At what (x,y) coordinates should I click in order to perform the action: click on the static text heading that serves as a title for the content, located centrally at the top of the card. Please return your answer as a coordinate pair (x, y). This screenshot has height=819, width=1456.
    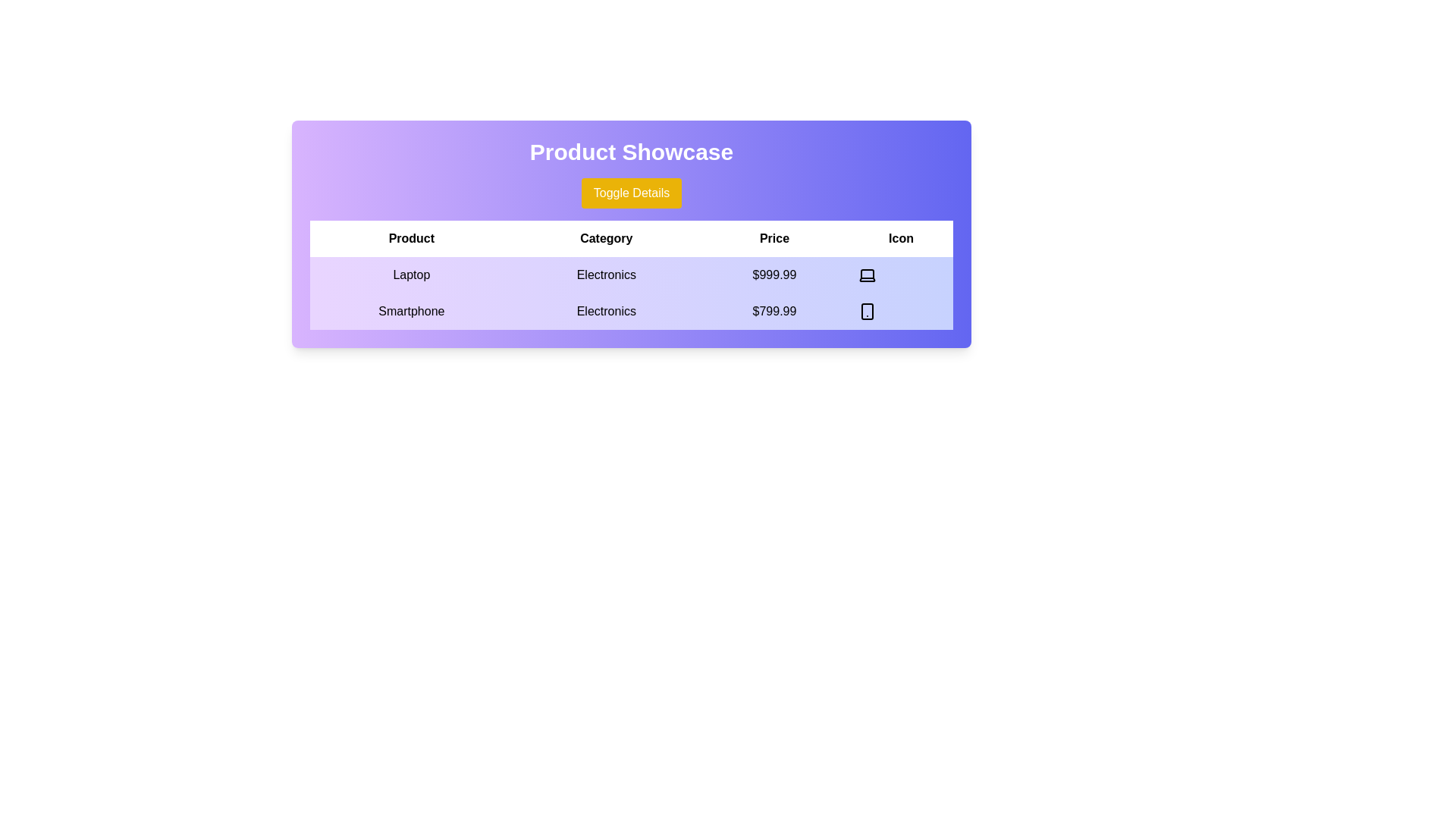
    Looking at the image, I should click on (632, 152).